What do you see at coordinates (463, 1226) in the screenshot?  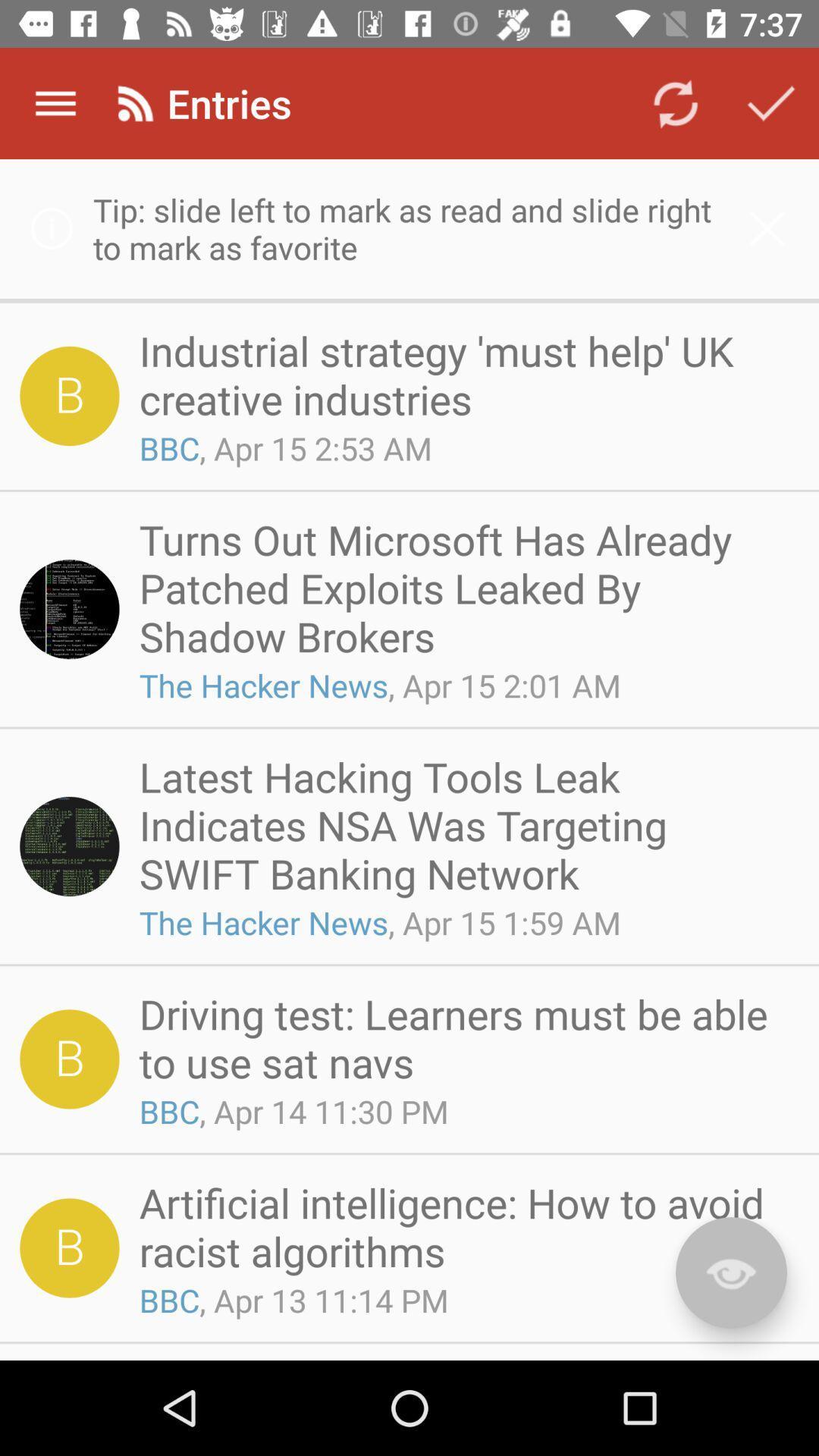 I see `app above the bbc apr 13 icon` at bounding box center [463, 1226].